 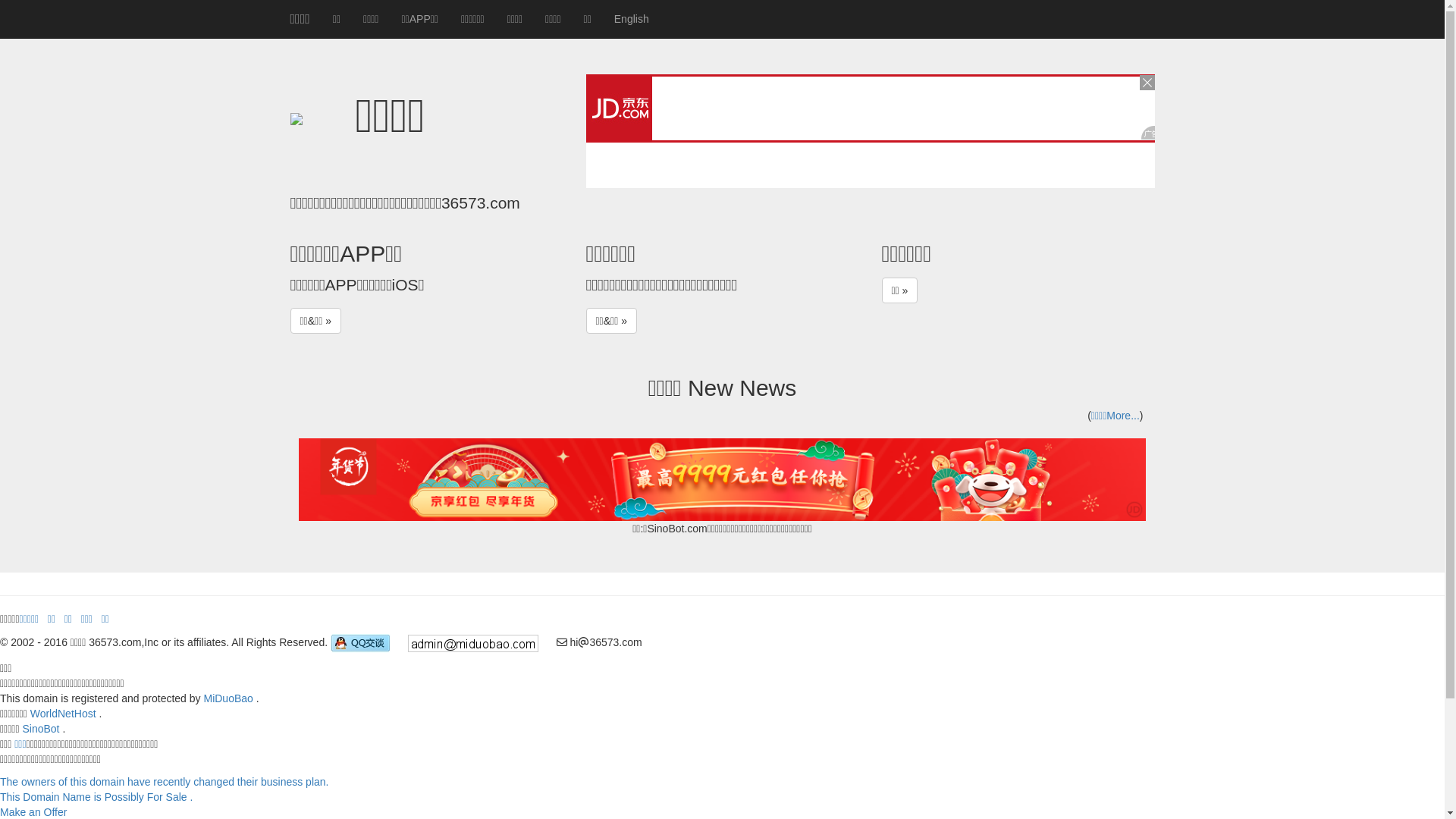 What do you see at coordinates (62, 714) in the screenshot?
I see `'WorldNetHost'` at bounding box center [62, 714].